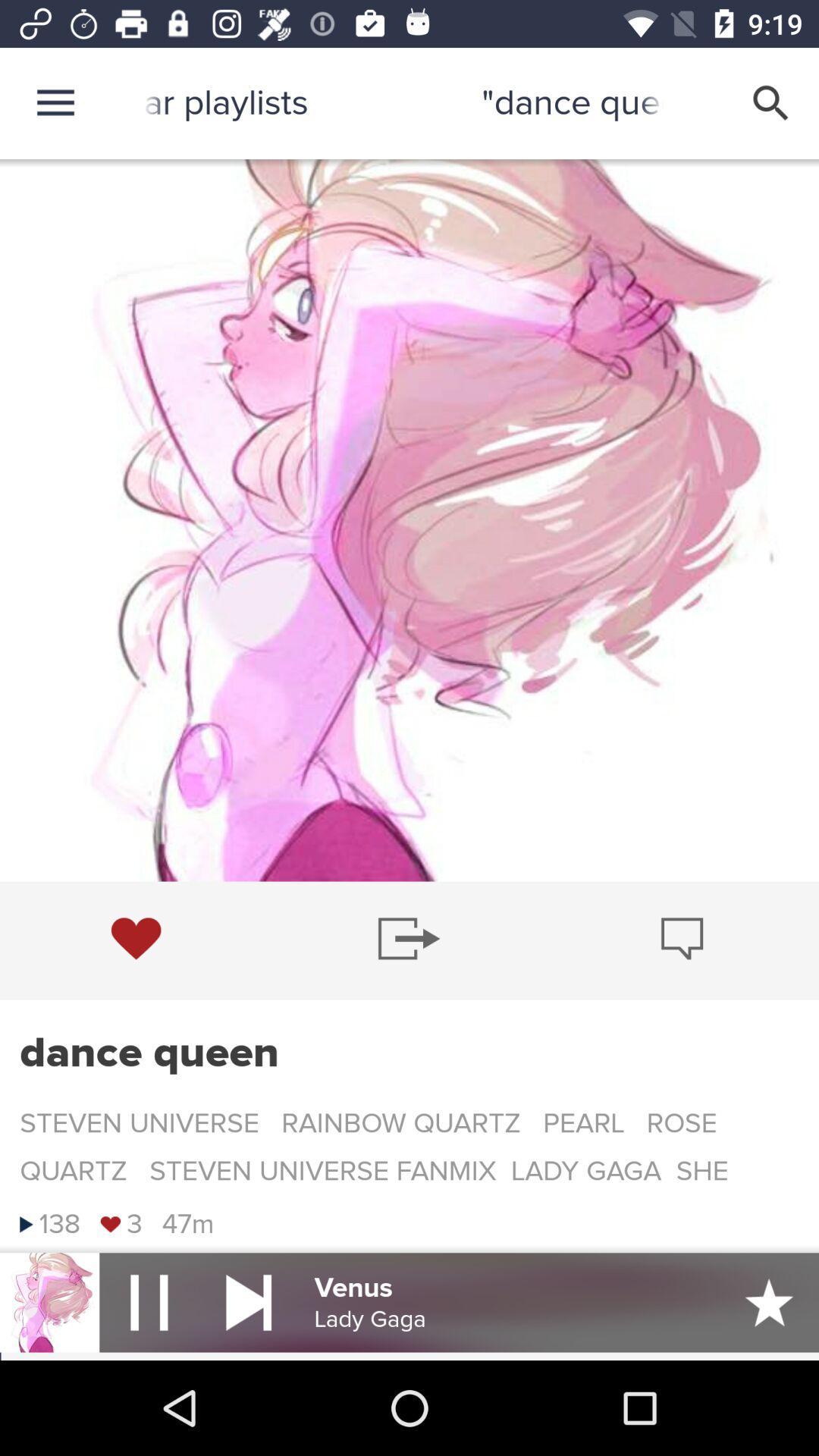 This screenshot has width=819, height=1456. Describe the element at coordinates (248, 1301) in the screenshot. I see `the skip_next icon` at that location.